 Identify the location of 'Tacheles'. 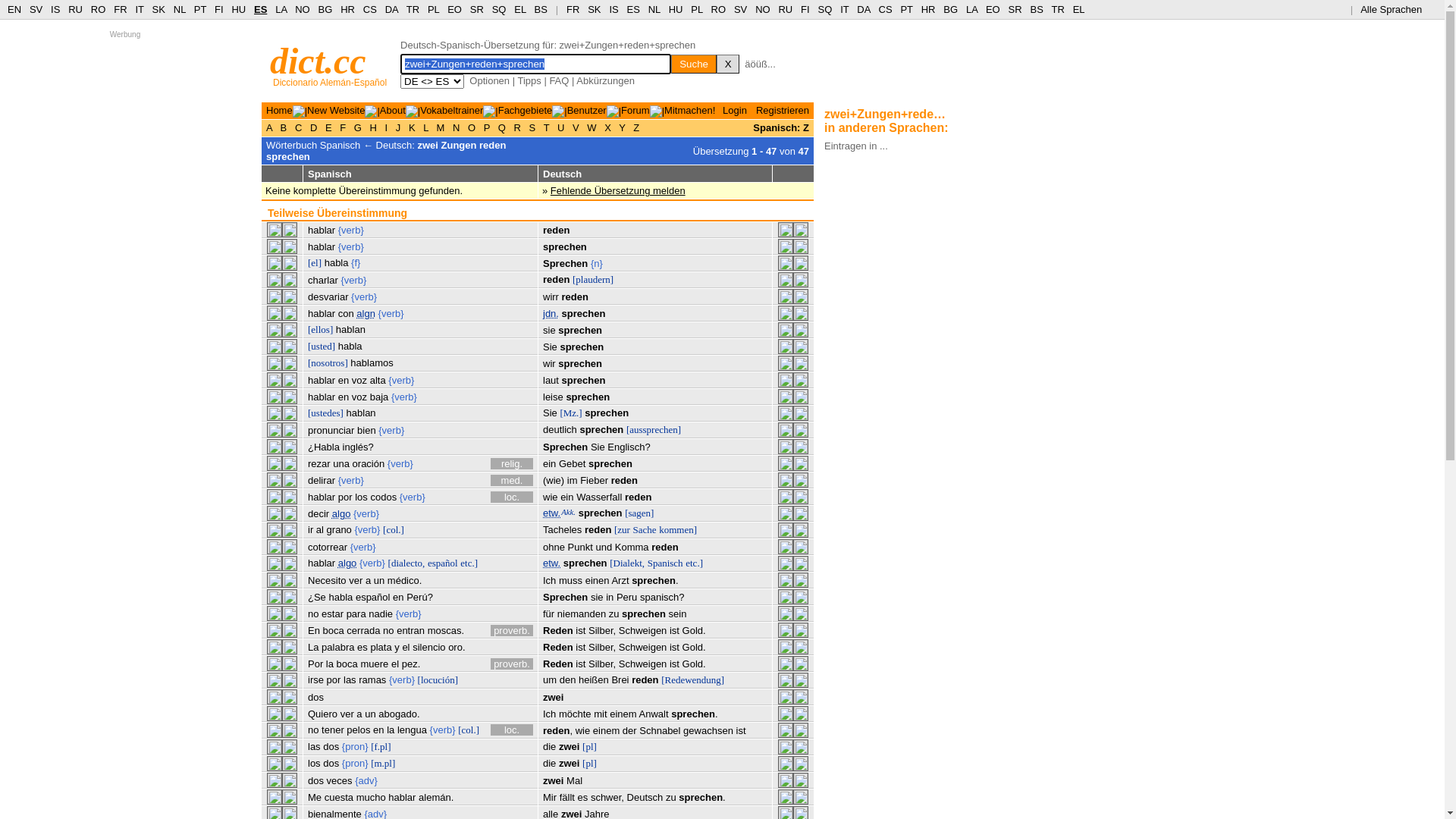
(561, 529).